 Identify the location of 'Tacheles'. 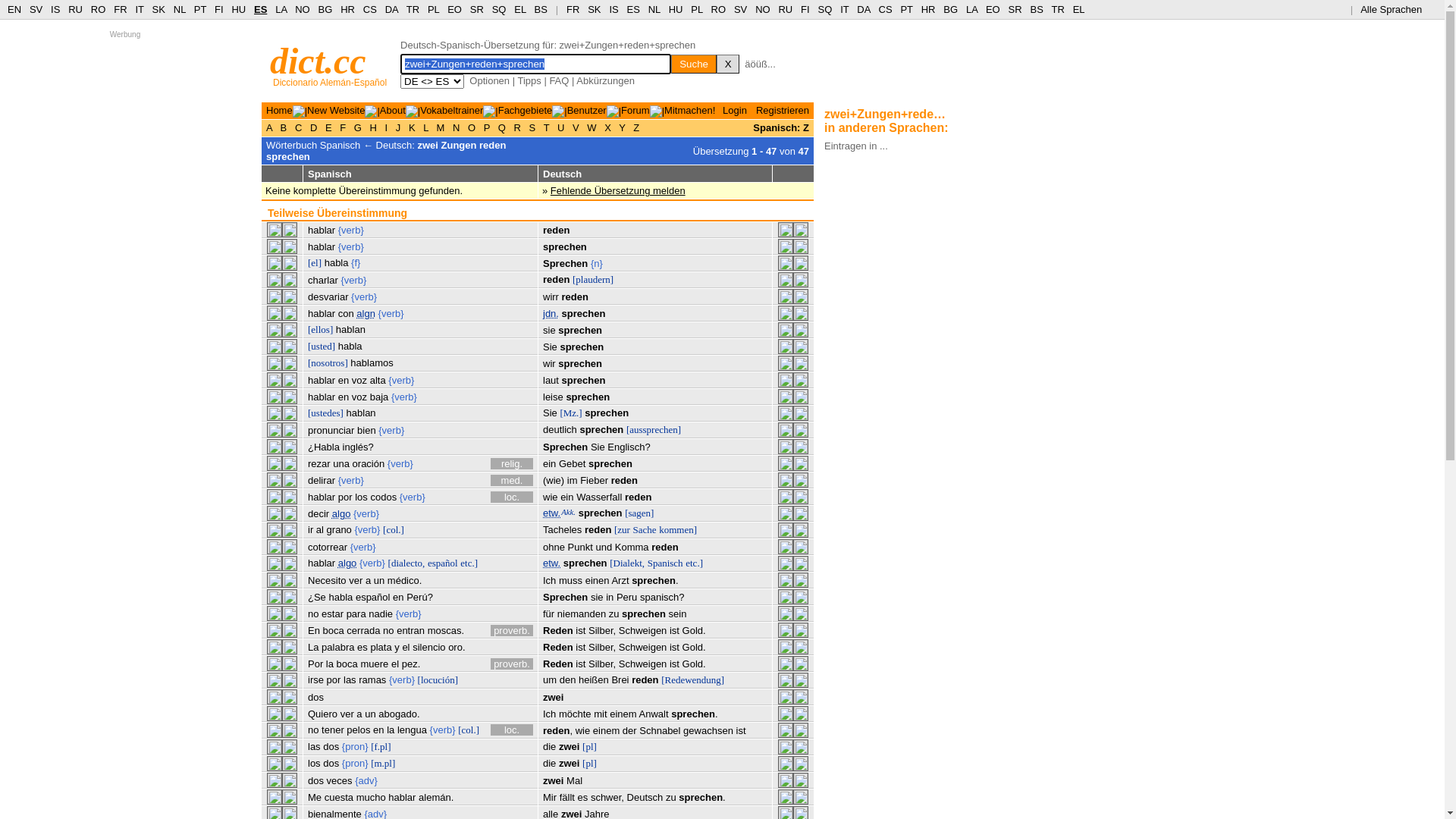
(561, 529).